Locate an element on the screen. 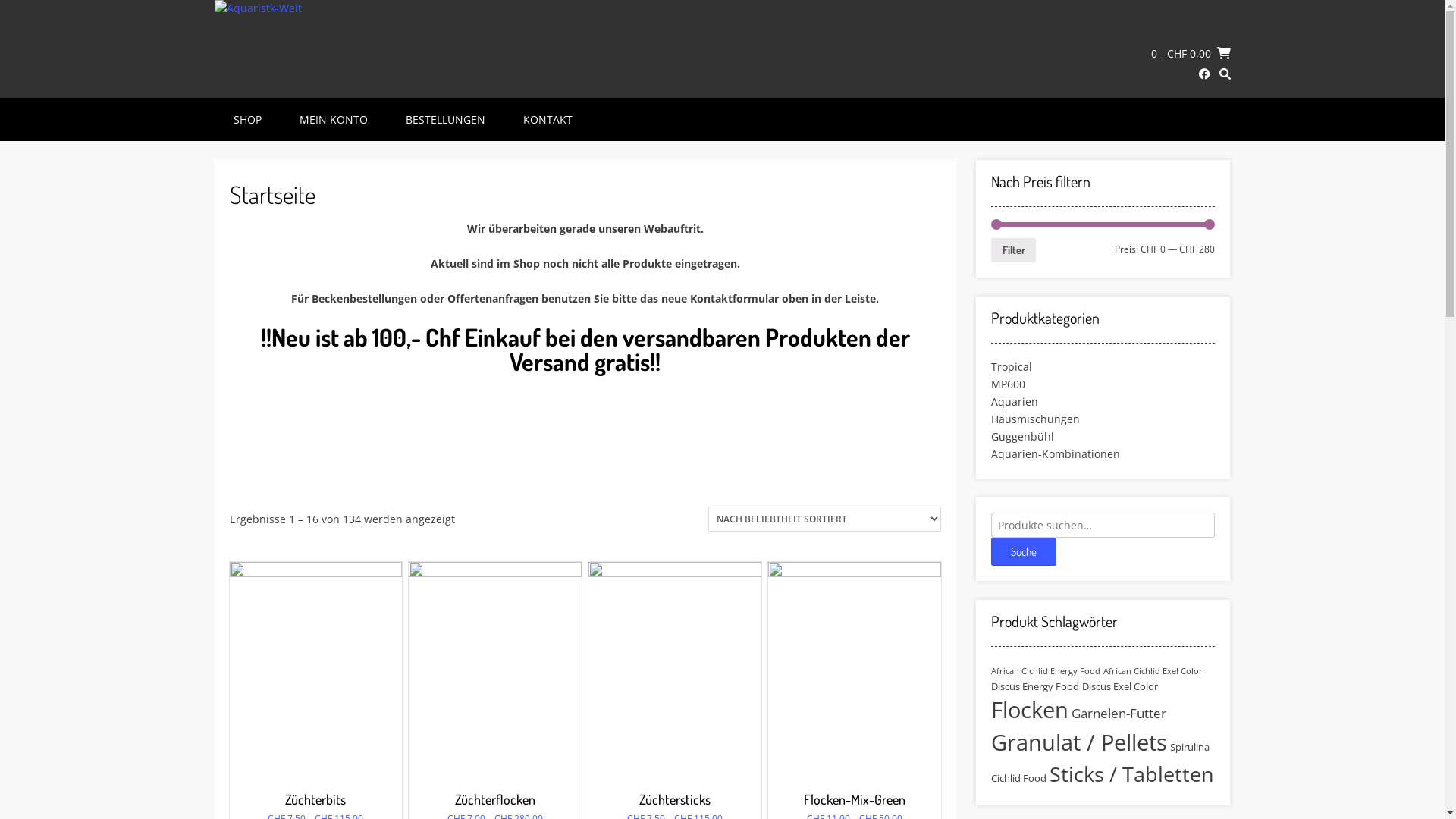 This screenshot has height=819, width=1456. 'African Cichlid Exel Color' is located at coordinates (1103, 670).